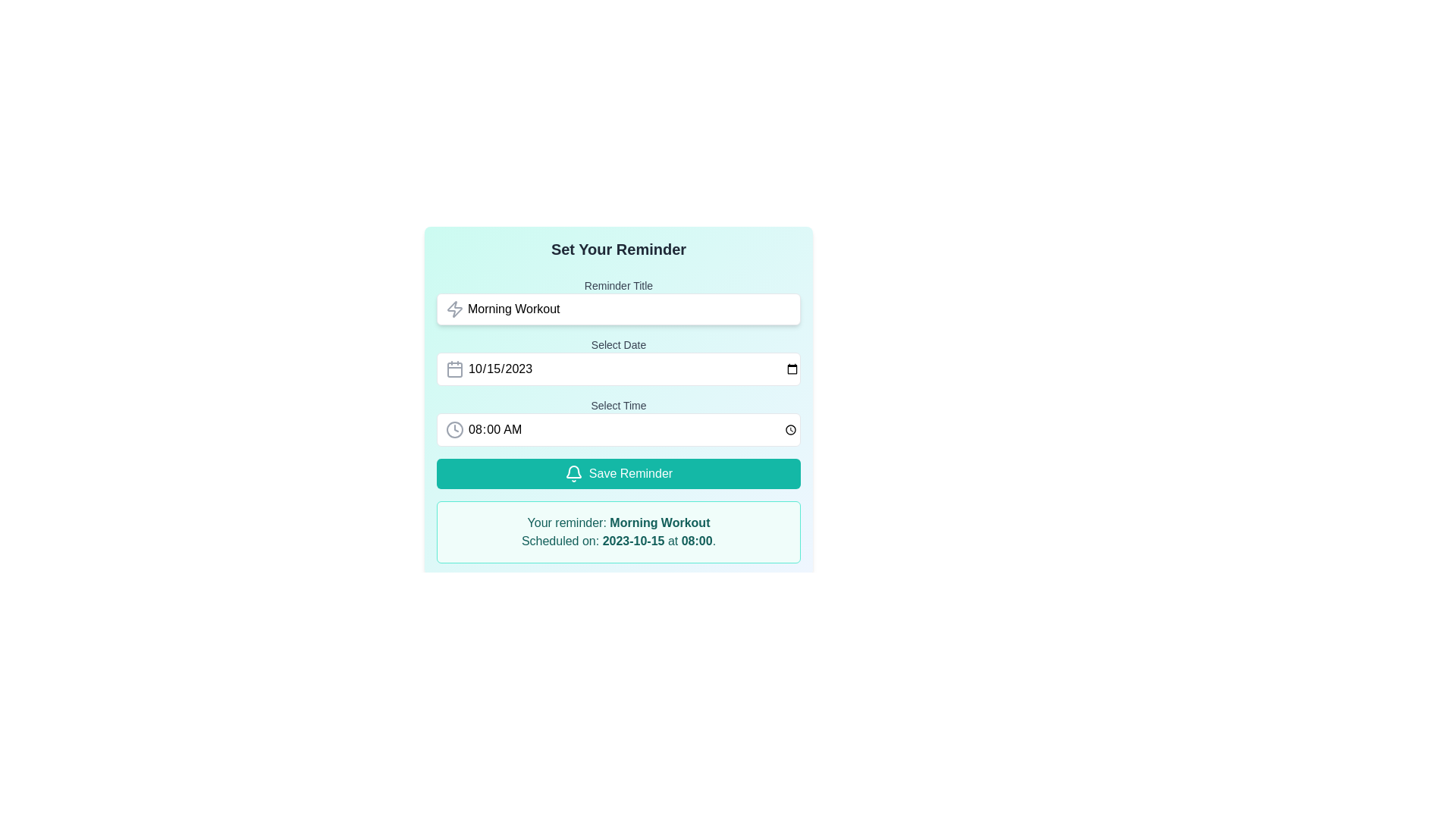  What do you see at coordinates (633, 540) in the screenshot?
I see `the Text element that indicates the scheduled date for the reminder, positioned between 'Morning Workout' and '08:00' in the reminder announcement` at bounding box center [633, 540].